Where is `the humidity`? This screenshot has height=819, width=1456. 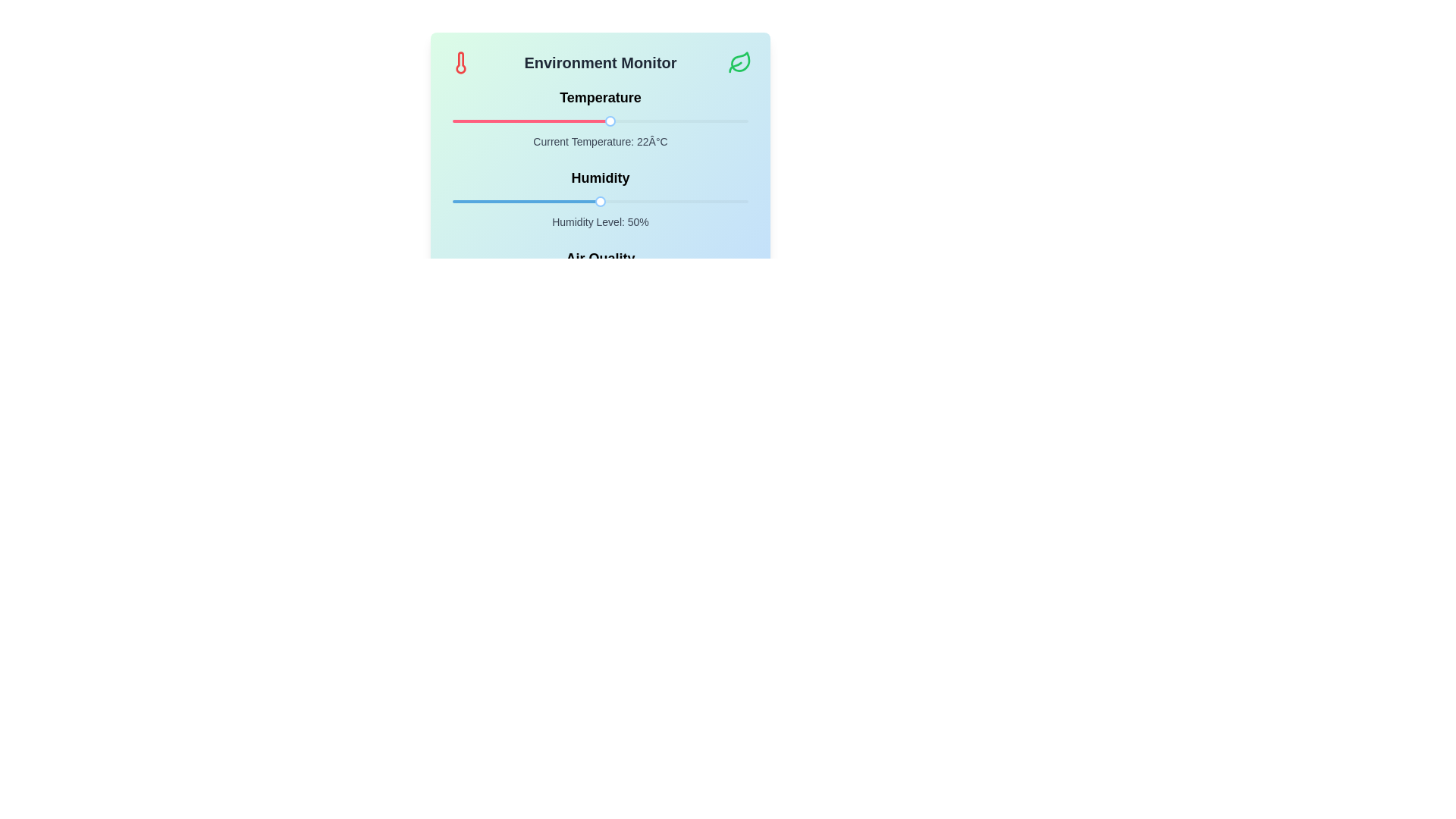
the humidity is located at coordinates (682, 201).